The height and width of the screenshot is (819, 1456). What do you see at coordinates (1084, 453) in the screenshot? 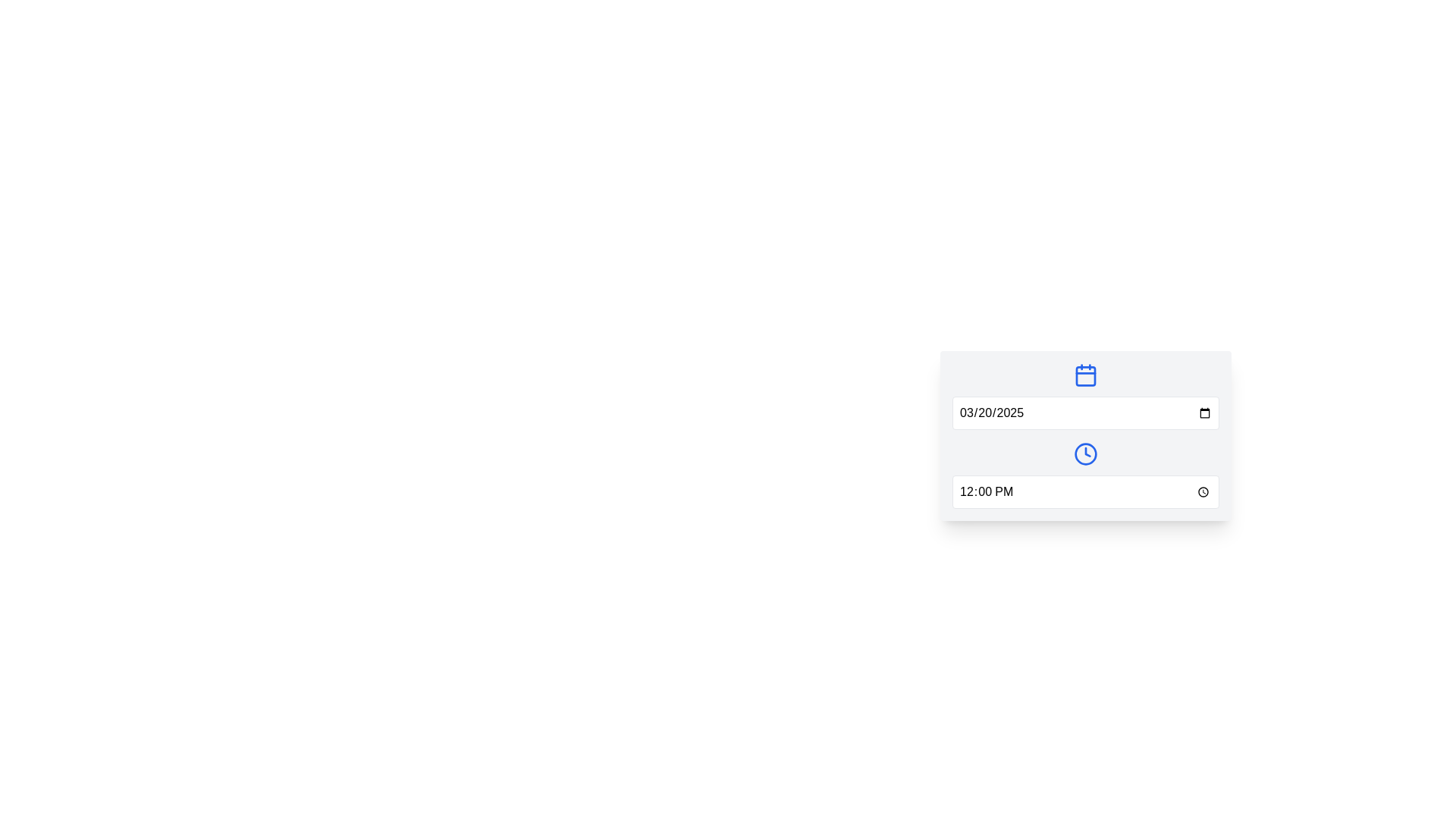
I see `the decorative vector graphic representing the center point of the clock icon within the floating dialog box` at bounding box center [1084, 453].